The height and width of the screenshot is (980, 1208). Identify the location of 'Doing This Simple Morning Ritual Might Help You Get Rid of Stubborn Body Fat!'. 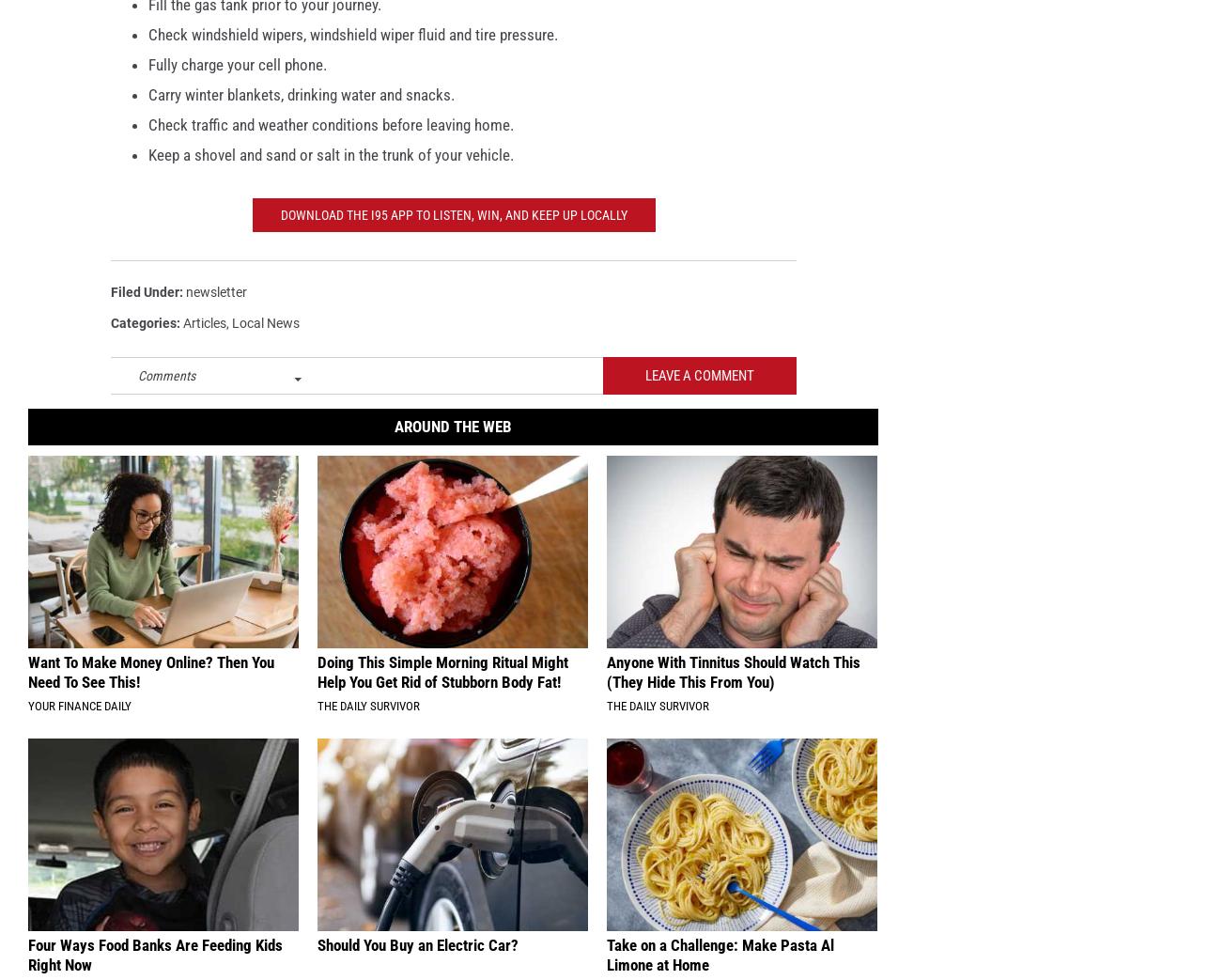
(441, 685).